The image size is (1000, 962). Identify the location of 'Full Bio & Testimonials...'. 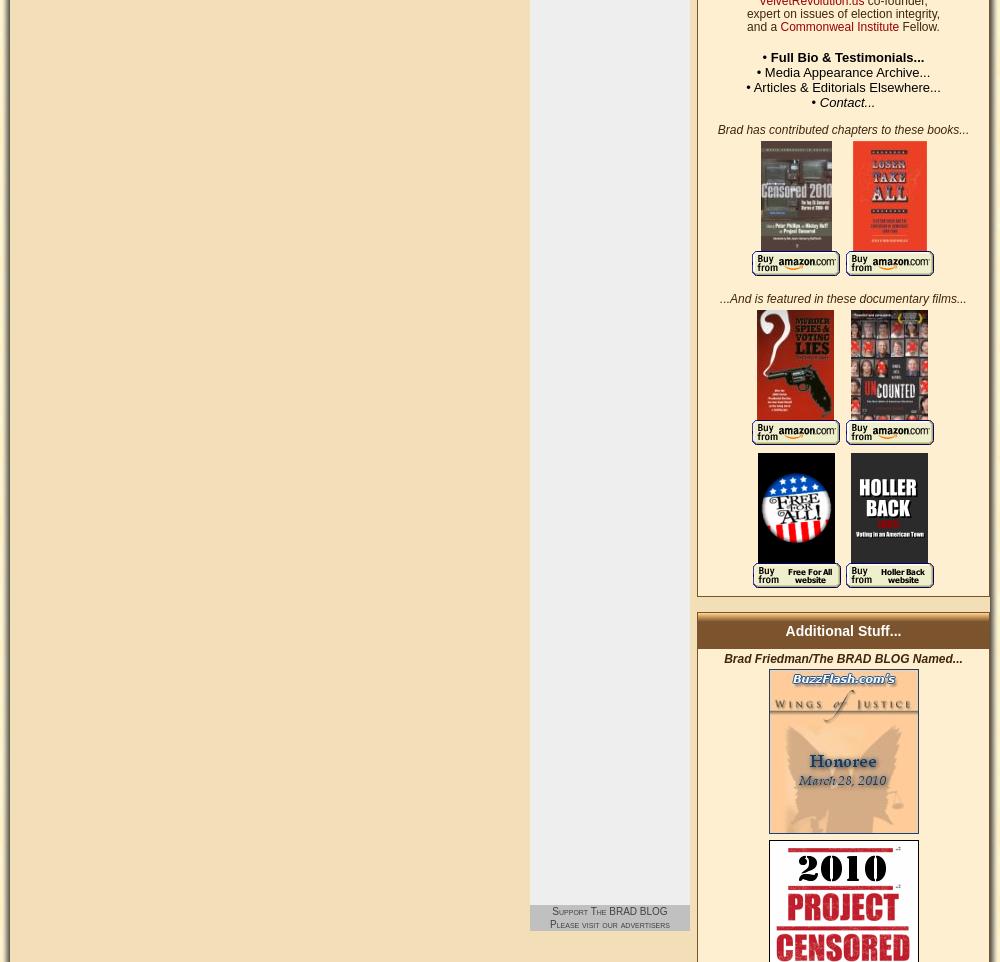
(846, 56).